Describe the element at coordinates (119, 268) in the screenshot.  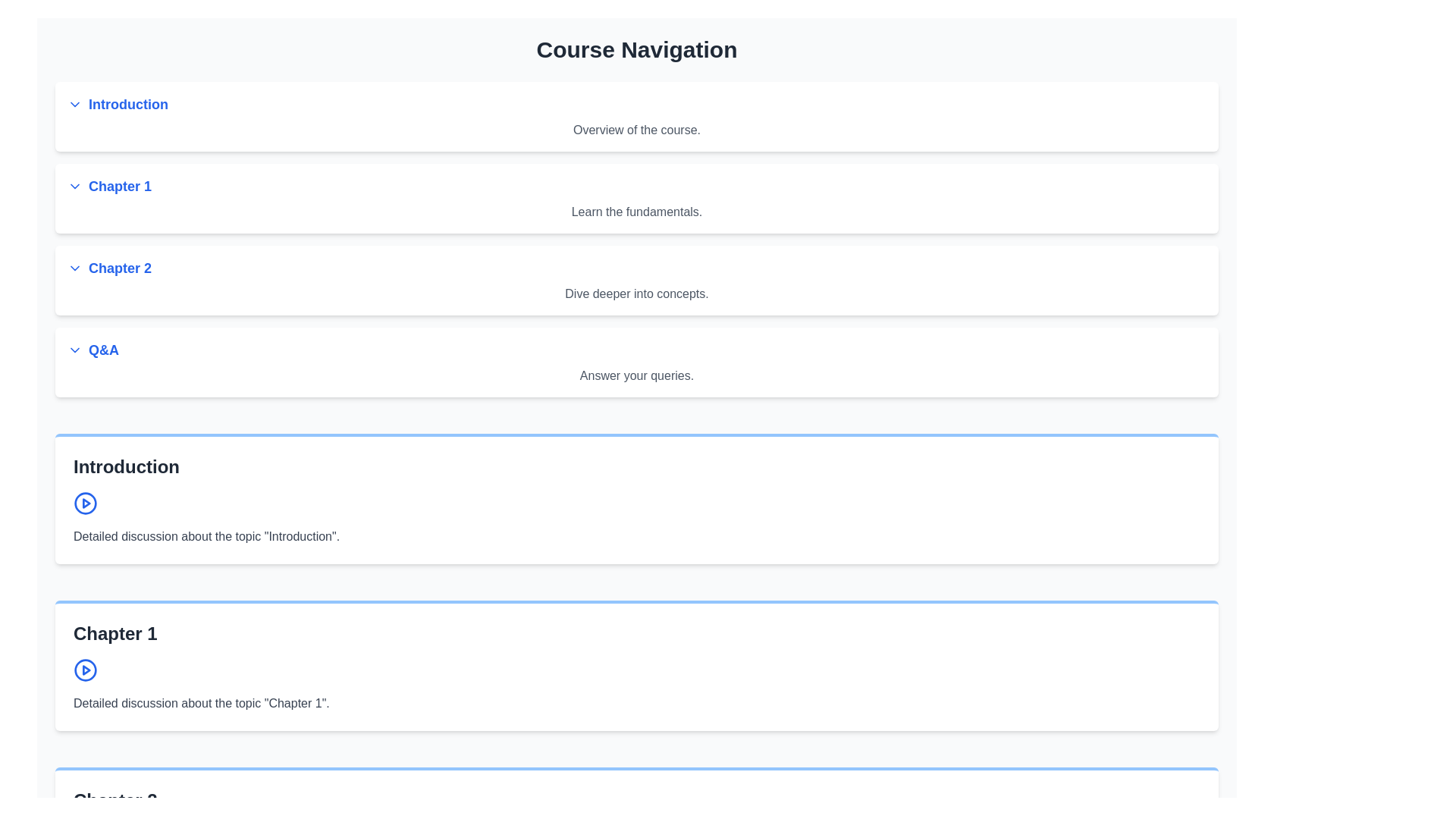
I see `the 'Chapter 2' navigation link text element for keyboard navigation` at that location.